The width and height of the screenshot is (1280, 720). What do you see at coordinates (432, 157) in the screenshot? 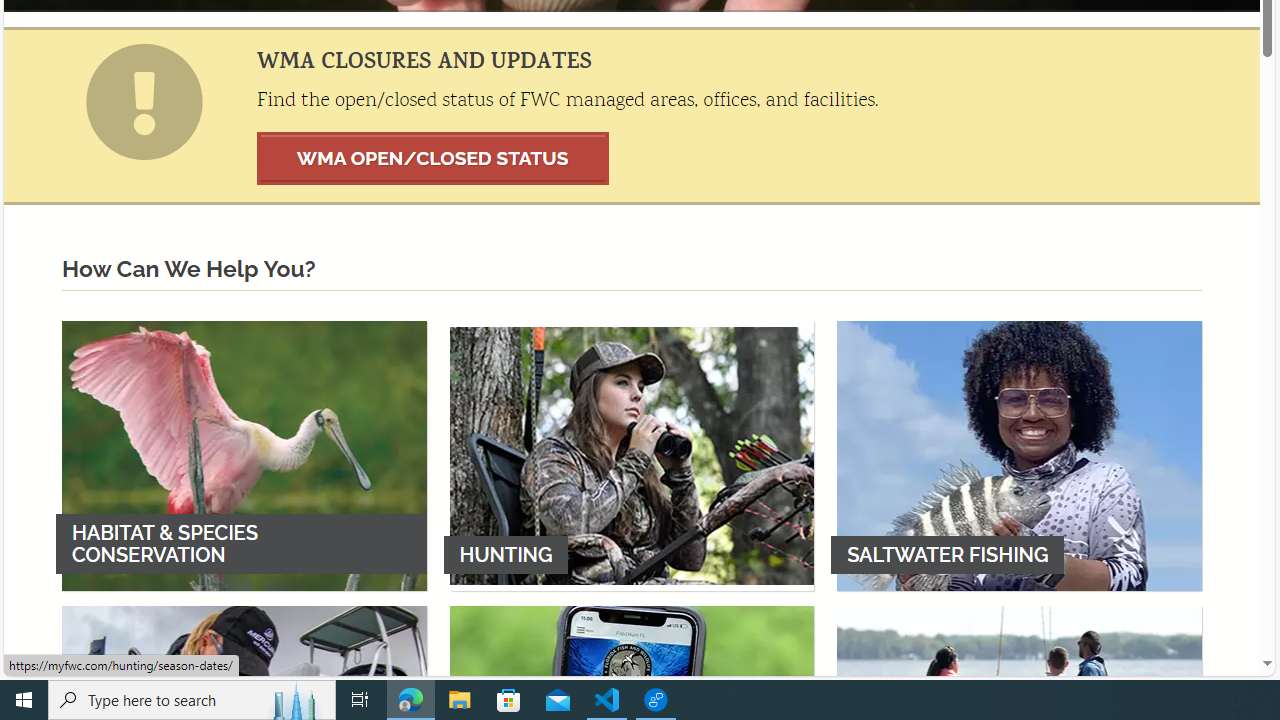
I see `'WMA OPEN/CLOSED STATUS'` at bounding box center [432, 157].